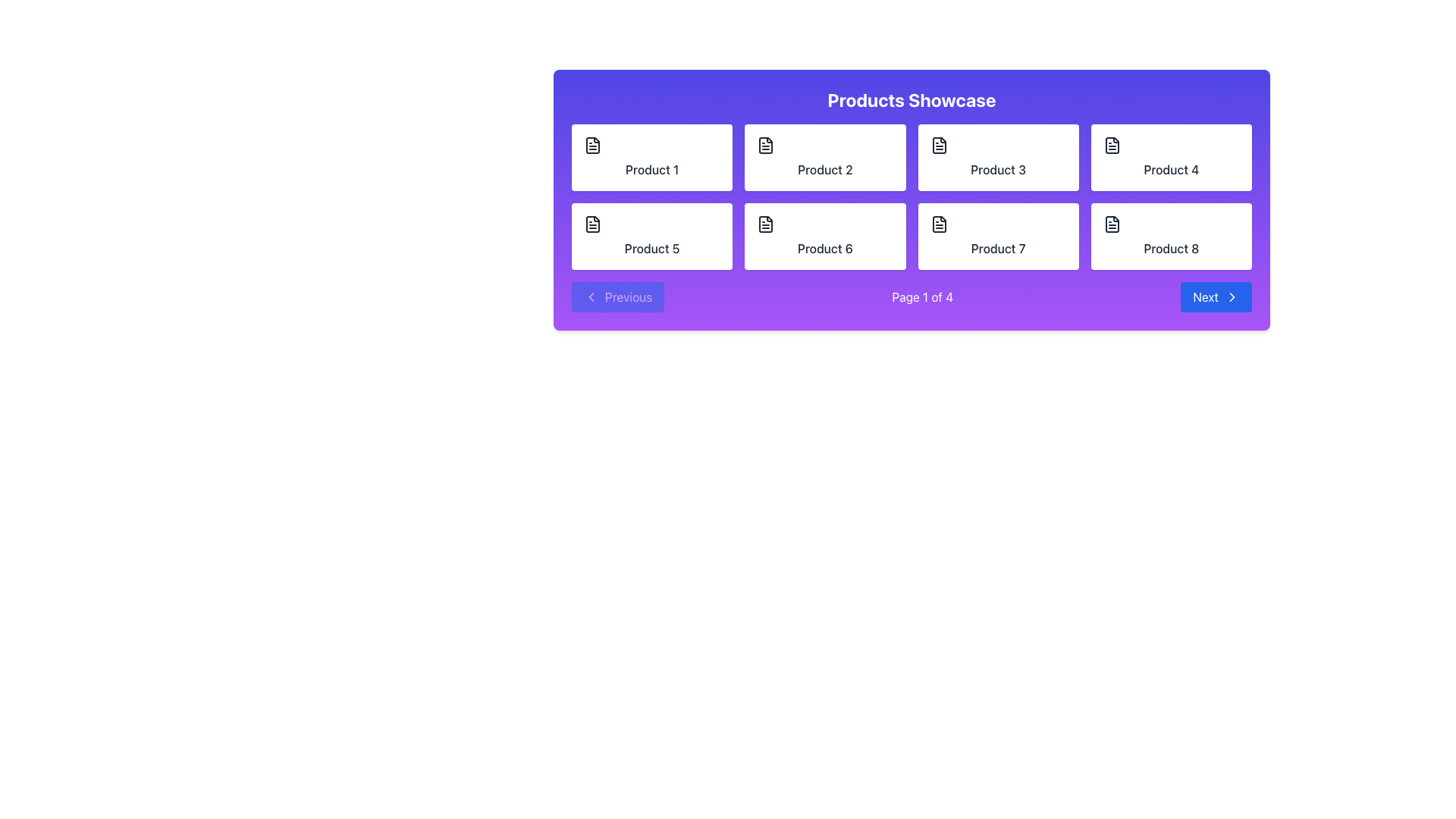 The width and height of the screenshot is (1456, 819). I want to click on the detailing of the document icon located in the 'Products Showcase' section, above the 'Product 3' label, so click(938, 146).